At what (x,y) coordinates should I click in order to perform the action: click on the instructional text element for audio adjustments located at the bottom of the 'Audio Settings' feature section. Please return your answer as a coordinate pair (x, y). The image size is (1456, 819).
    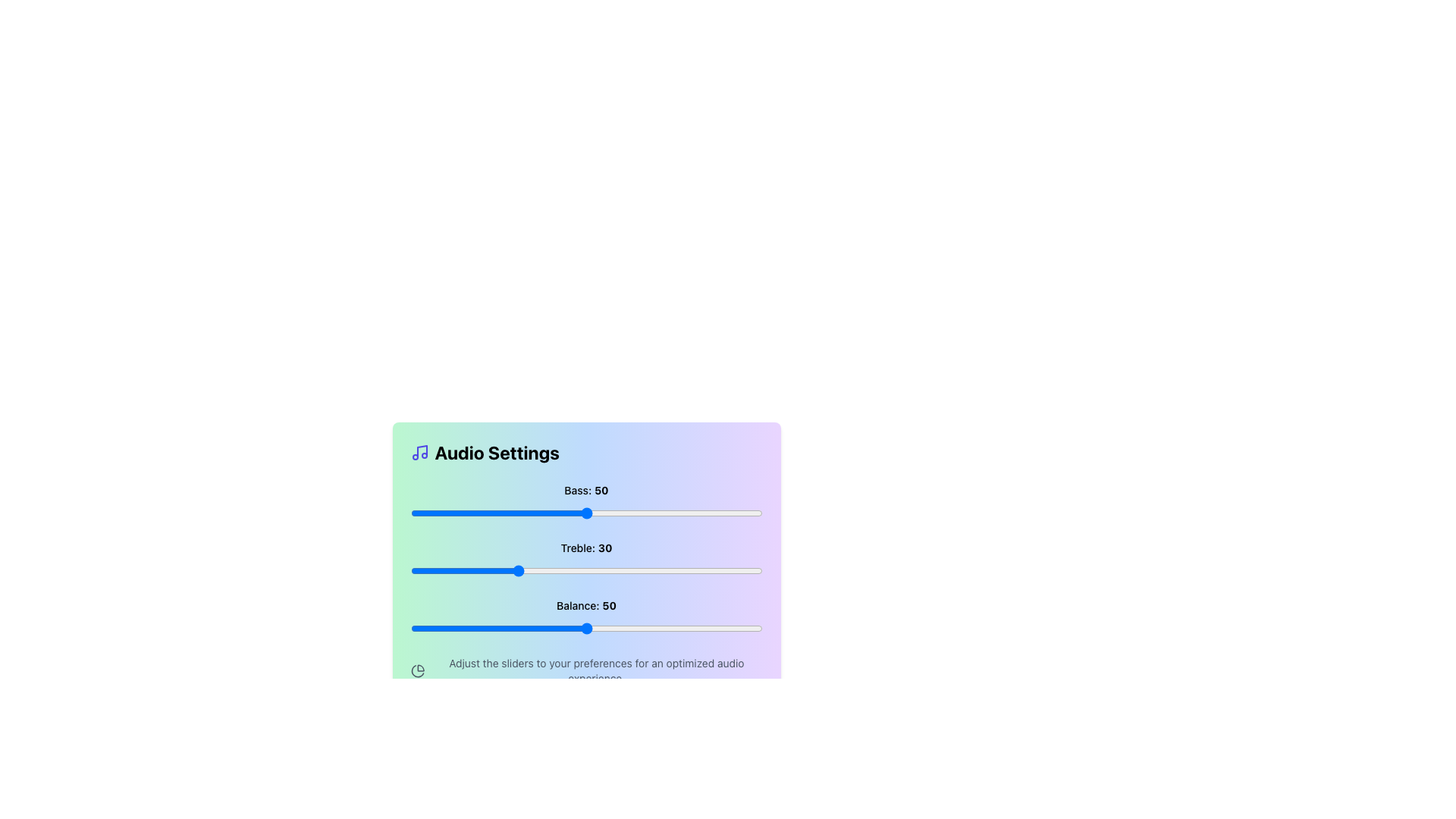
    Looking at the image, I should click on (595, 670).